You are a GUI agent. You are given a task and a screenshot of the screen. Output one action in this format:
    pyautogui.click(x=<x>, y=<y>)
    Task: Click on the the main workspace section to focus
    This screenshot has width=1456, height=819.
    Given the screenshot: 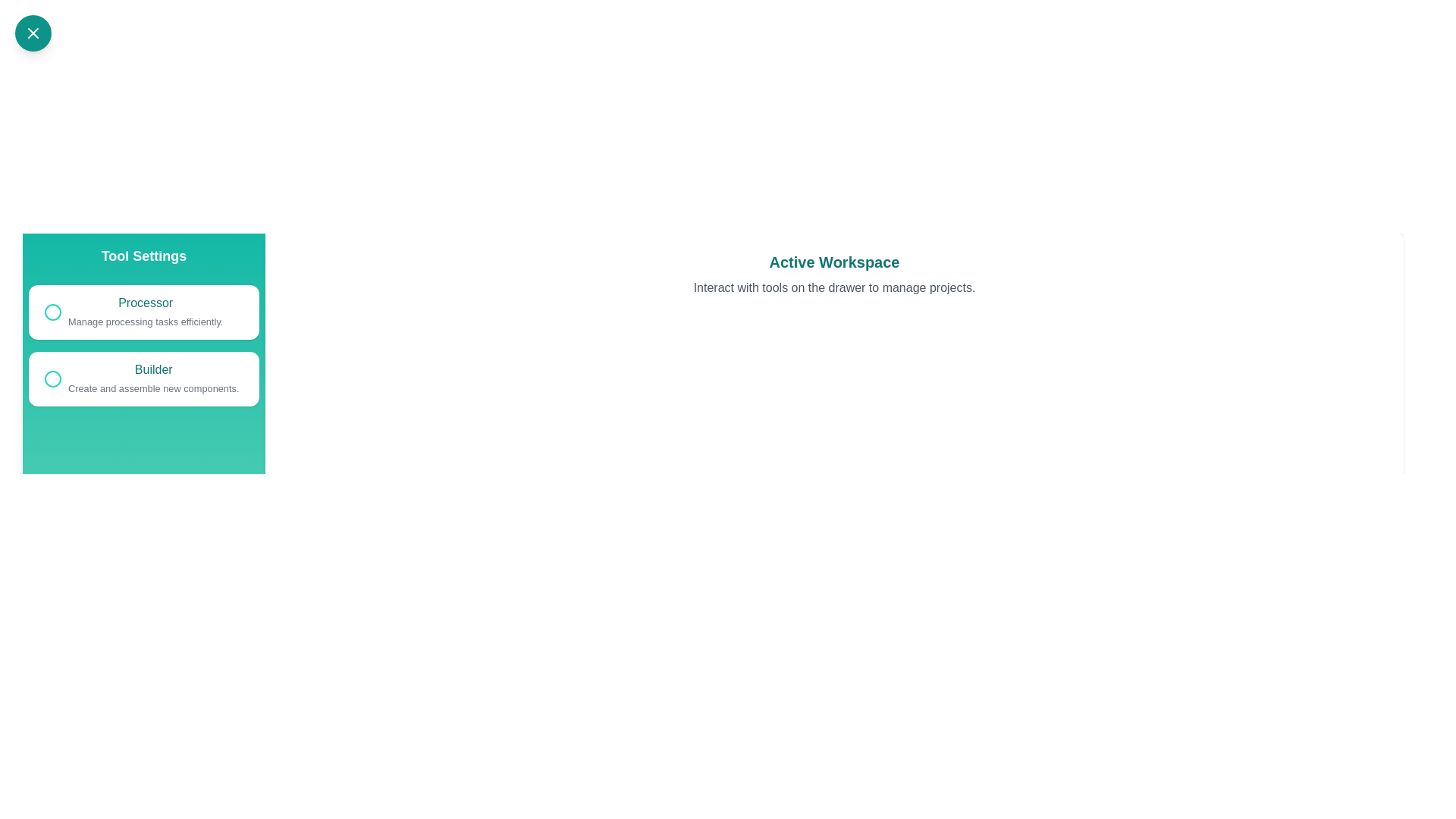 What is the action you would take?
    pyautogui.click(x=833, y=643)
    